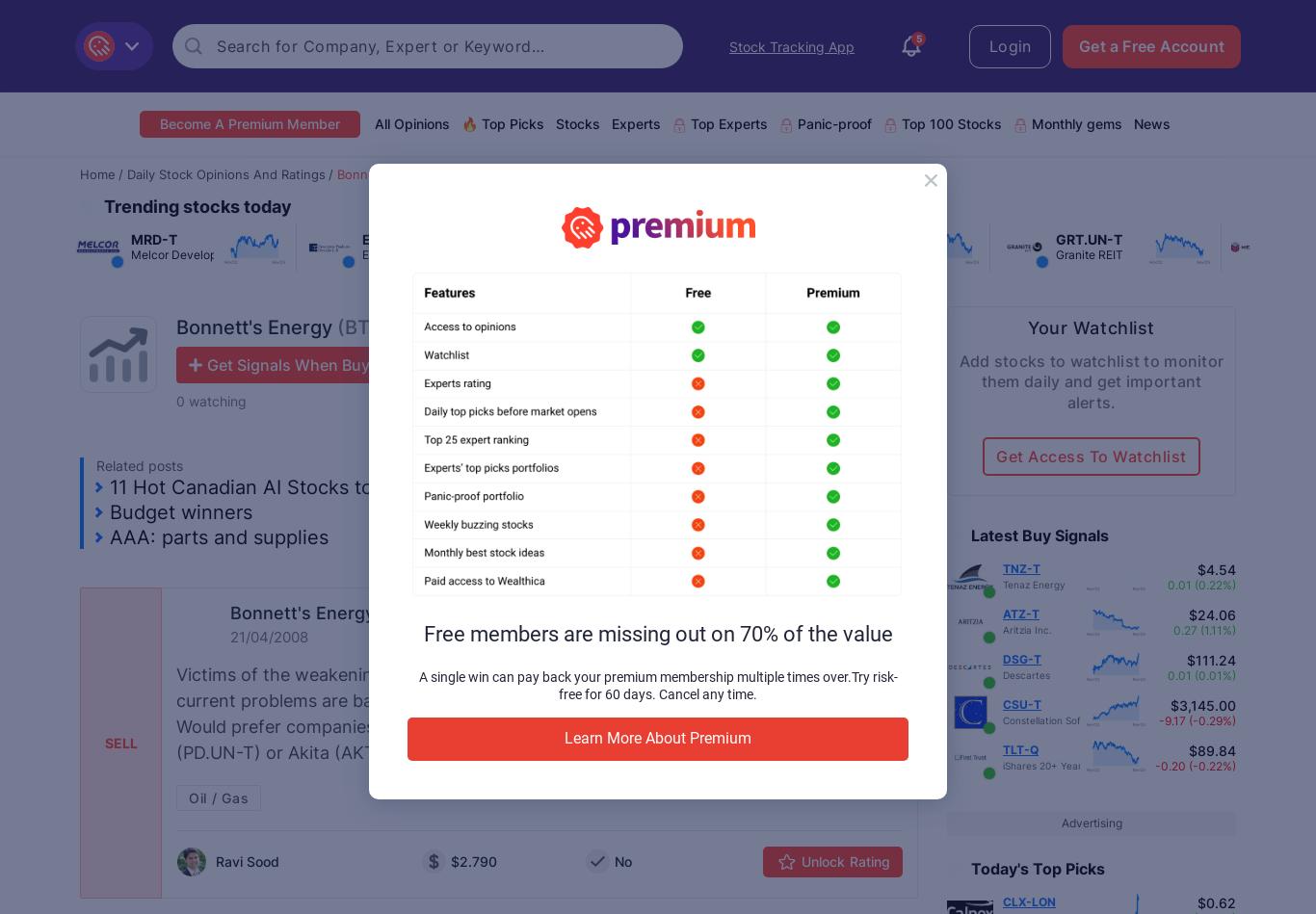 Image resolution: width=1316 pixels, height=914 pixels. I want to click on '$4.54', so click(1216, 567).